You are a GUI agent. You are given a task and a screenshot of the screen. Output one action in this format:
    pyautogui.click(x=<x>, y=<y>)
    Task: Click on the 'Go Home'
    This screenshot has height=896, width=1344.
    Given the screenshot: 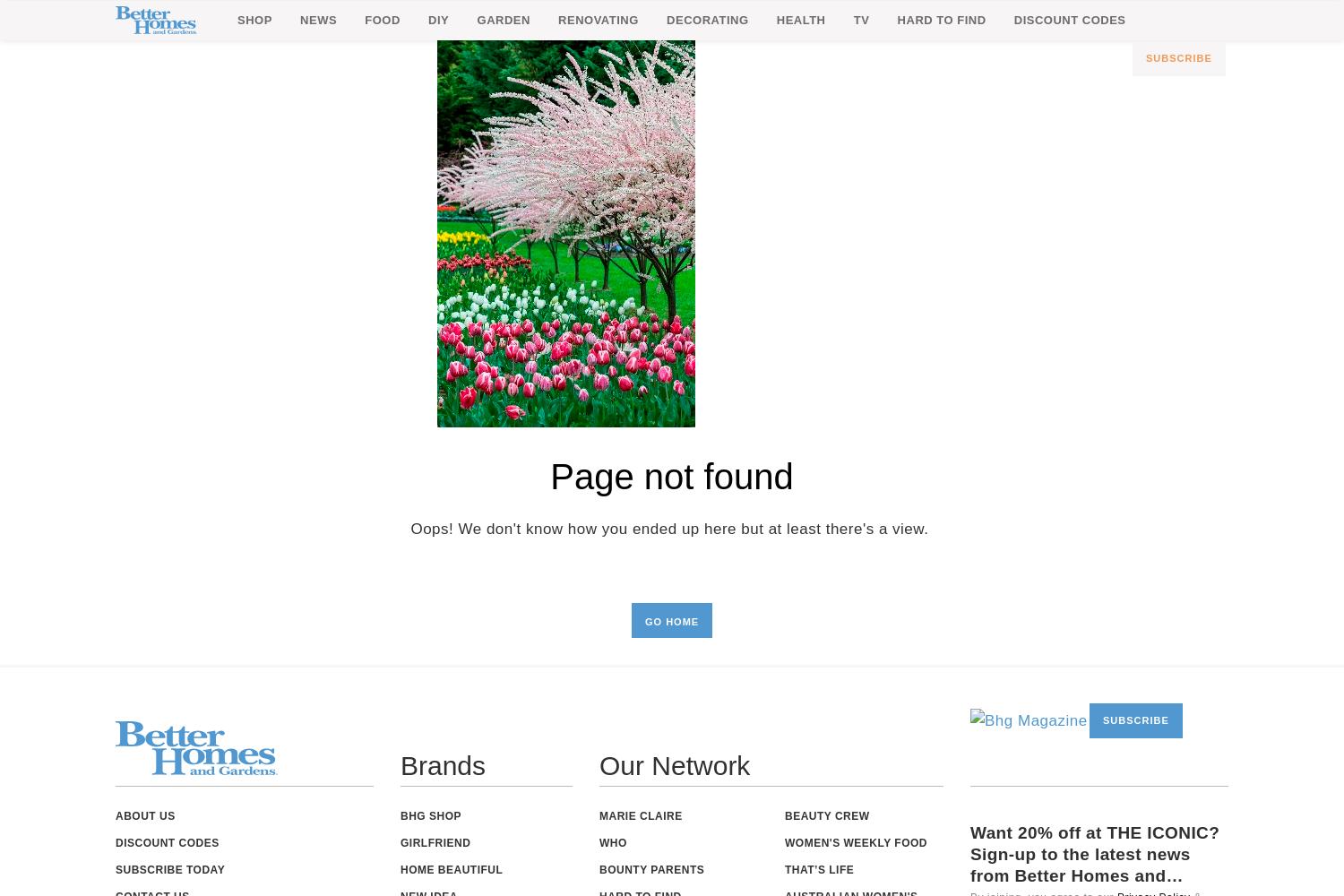 What is the action you would take?
    pyautogui.click(x=670, y=621)
    